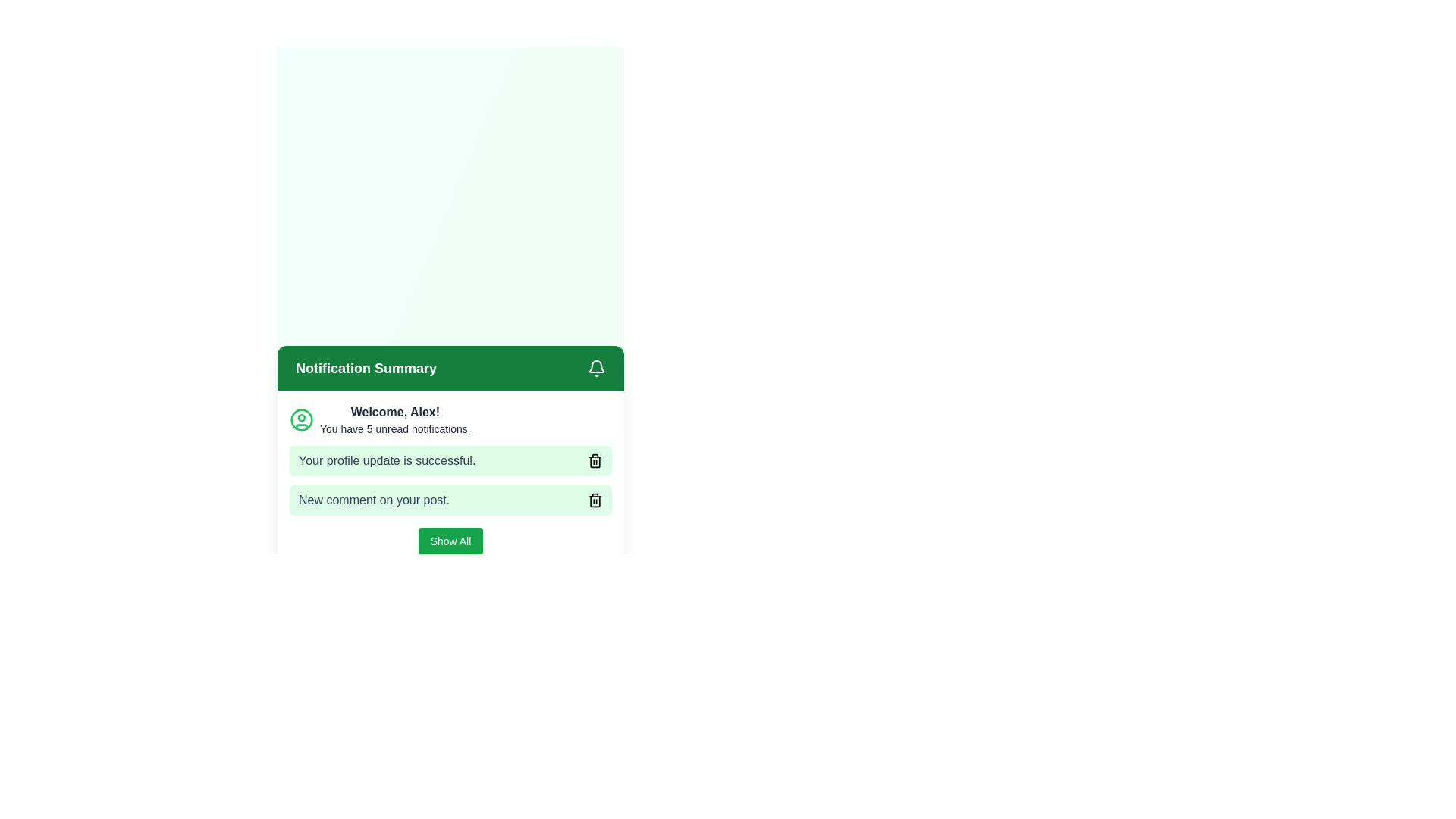  Describe the element at coordinates (596, 369) in the screenshot. I see `the bell icon button located on the right-hand side of the 'Notification Summary' green bar` at that location.